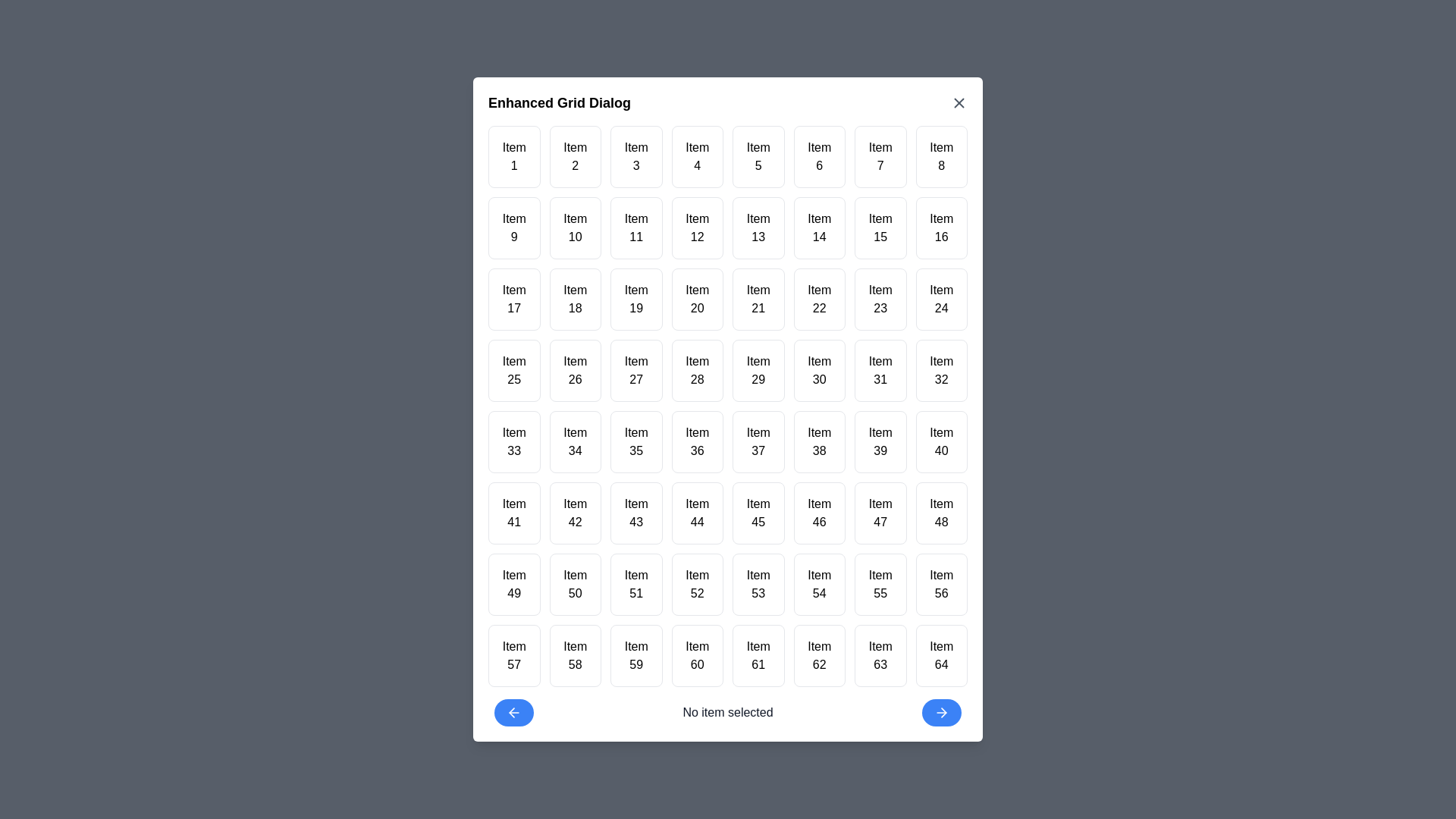  I want to click on the right arrow button to navigate to the next page, so click(940, 713).